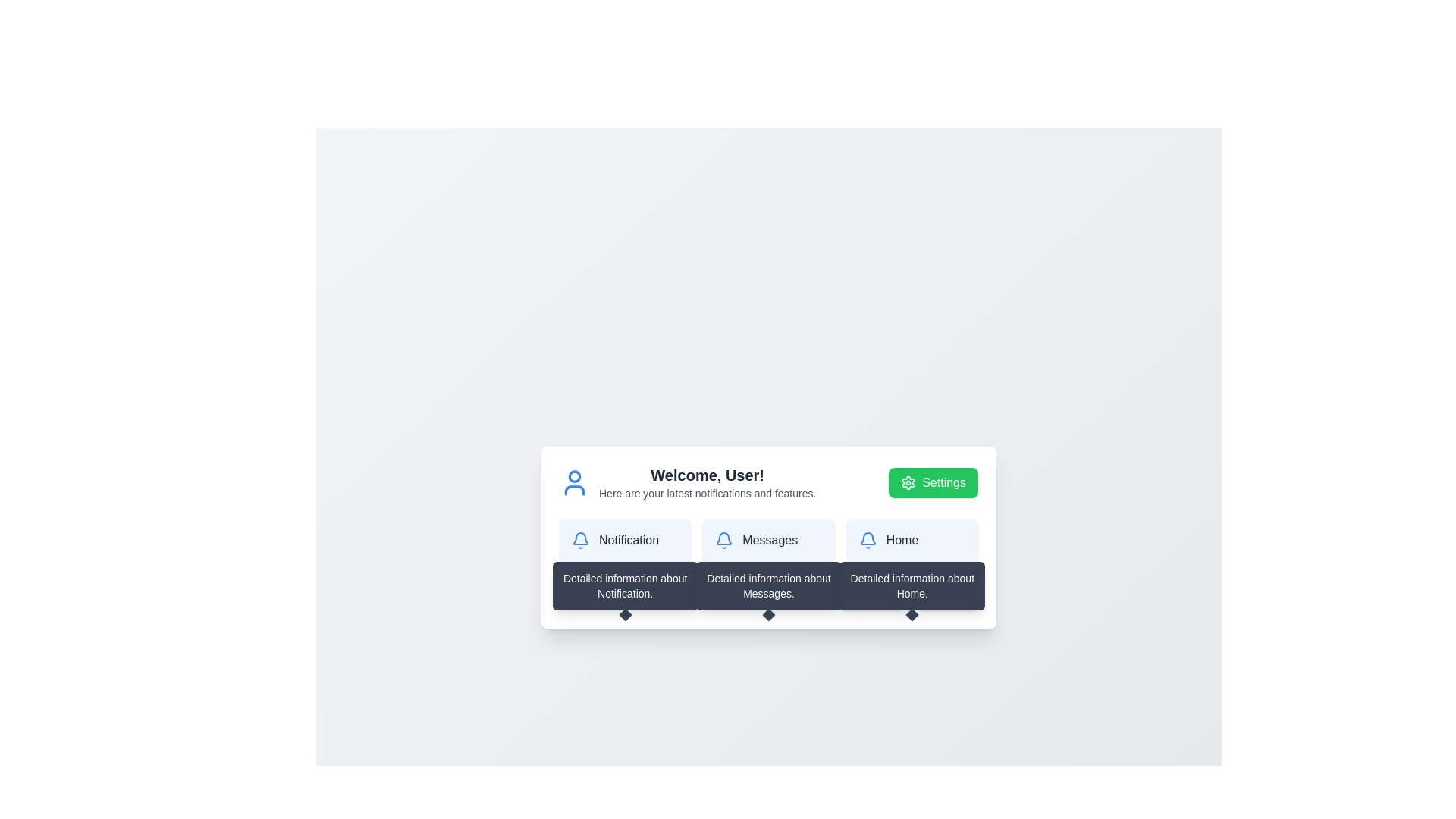  I want to click on the 'Notification' button with a bell-shaped icon, which is the first element in a horizontally aligned group, located at the top of a light blue card, so click(625, 540).